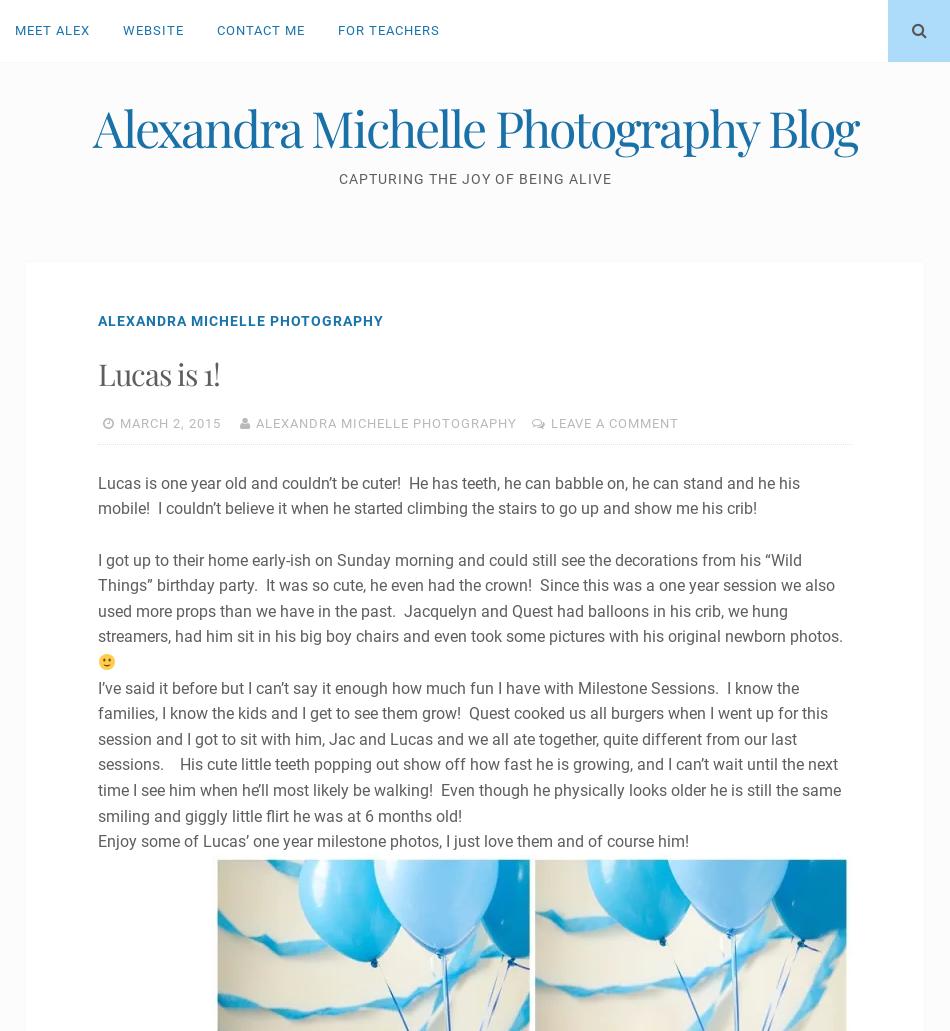 This screenshot has width=950, height=1031. I want to click on 'Lucas is one year old and couldn’t be cuter!  He has teeth, he can babble on, he can stand and he his mobile!  I couldn’t believe it when he started climbing the stairs to go up and show me his crib!', so click(447, 495).